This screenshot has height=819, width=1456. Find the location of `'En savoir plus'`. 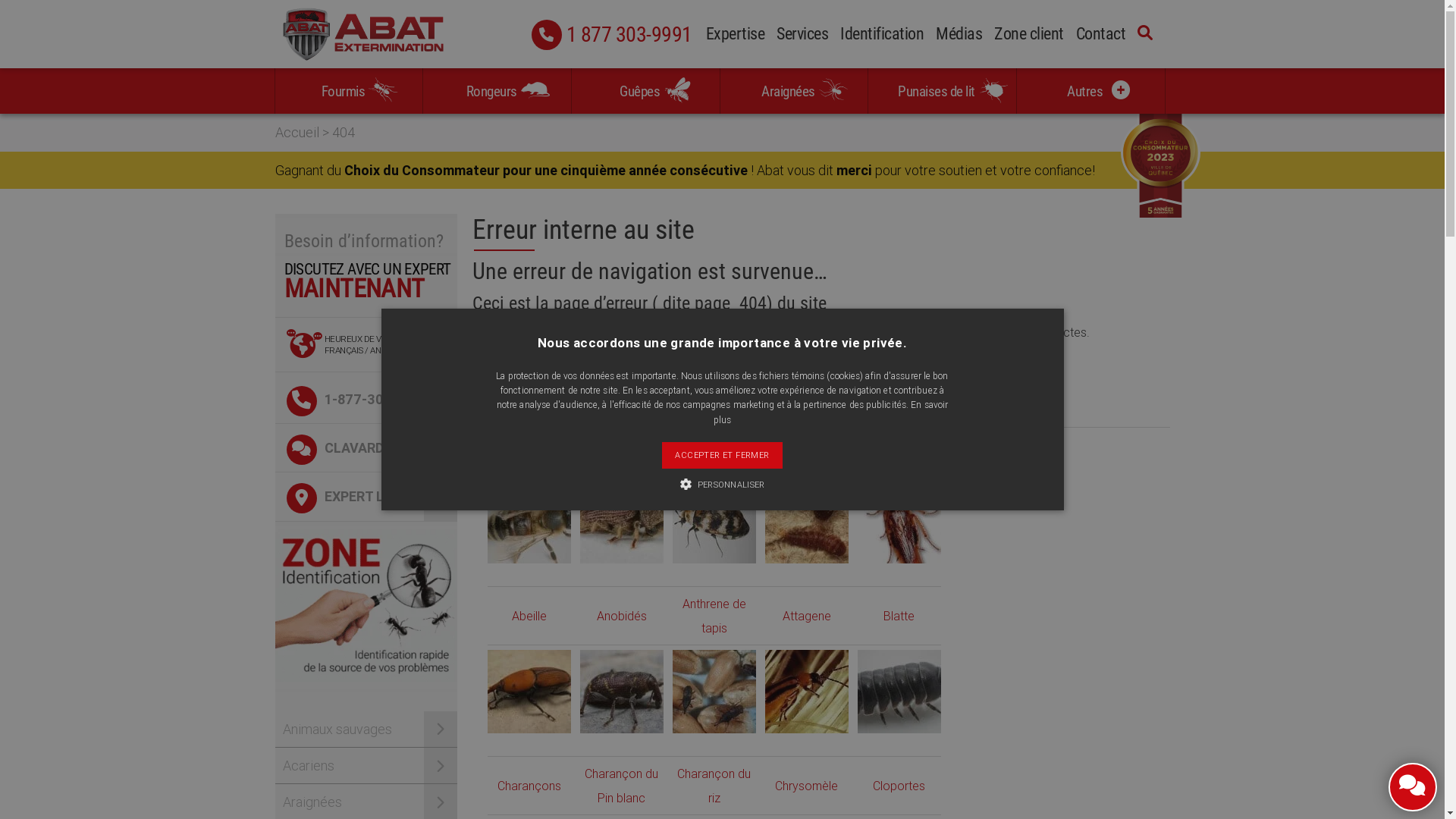

'En savoir plus' is located at coordinates (830, 412).